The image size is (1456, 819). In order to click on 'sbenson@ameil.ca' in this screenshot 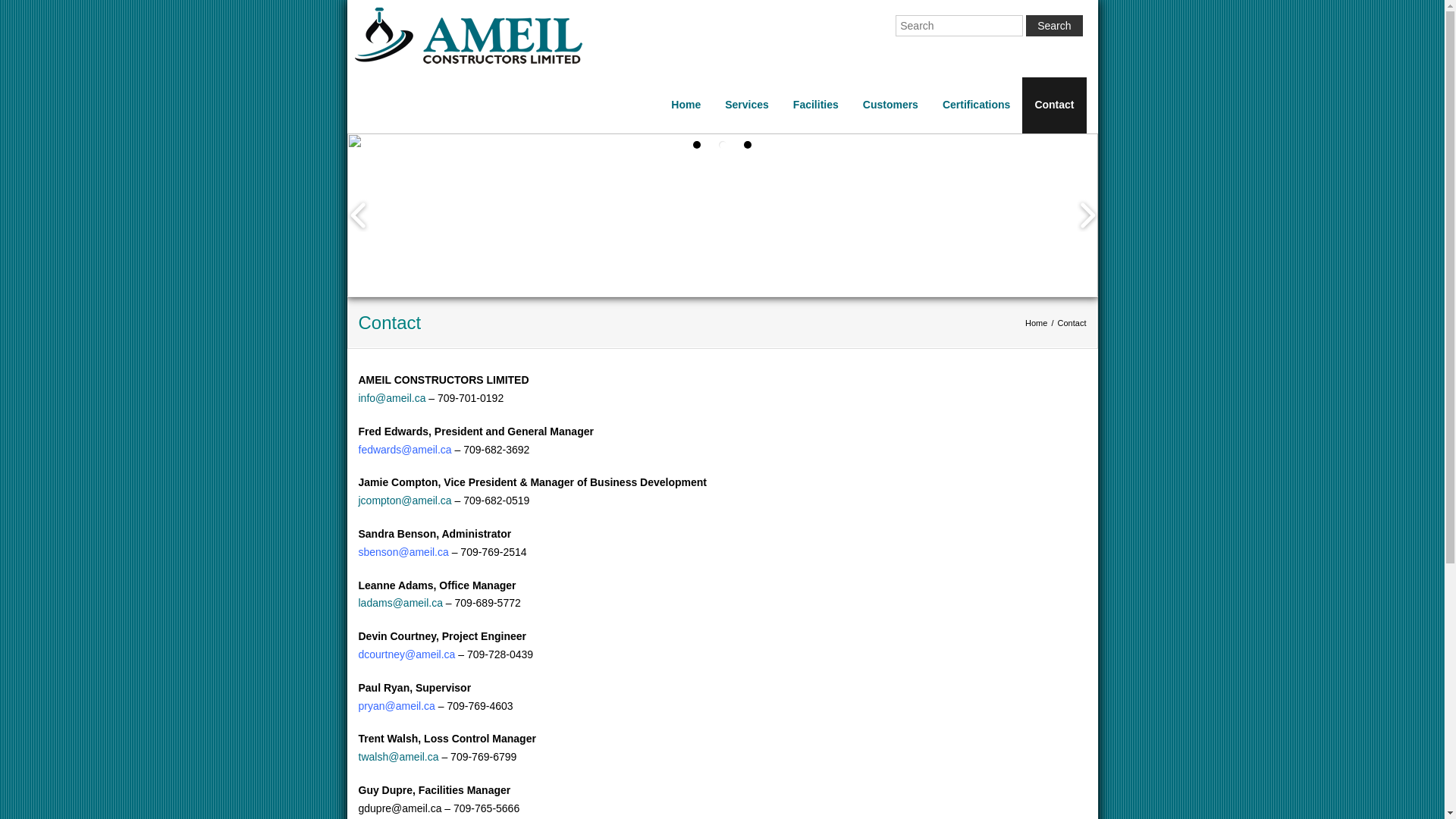, I will do `click(403, 552)`.